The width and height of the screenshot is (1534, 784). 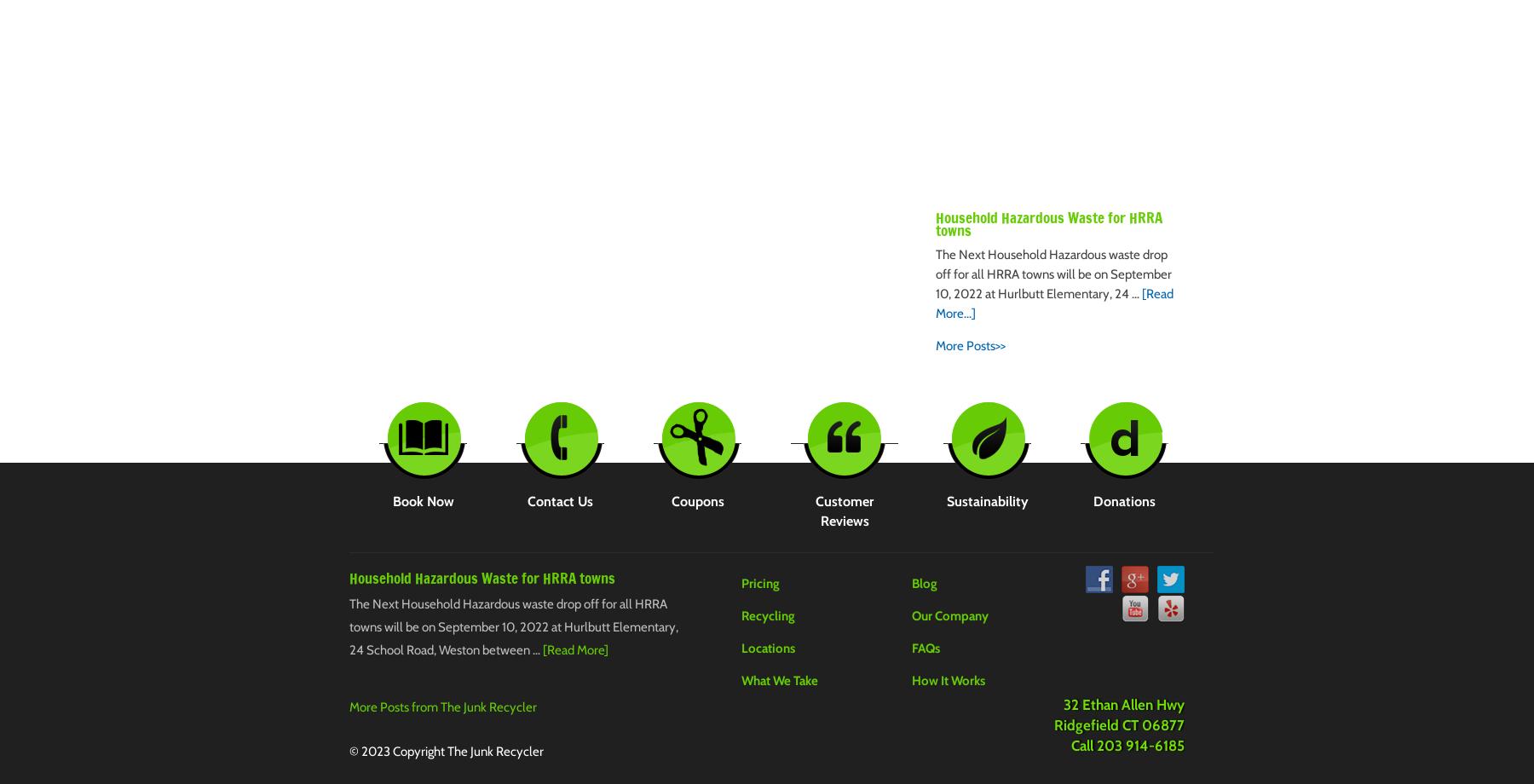 What do you see at coordinates (1053, 303) in the screenshot?
I see `'[Read More...]'` at bounding box center [1053, 303].